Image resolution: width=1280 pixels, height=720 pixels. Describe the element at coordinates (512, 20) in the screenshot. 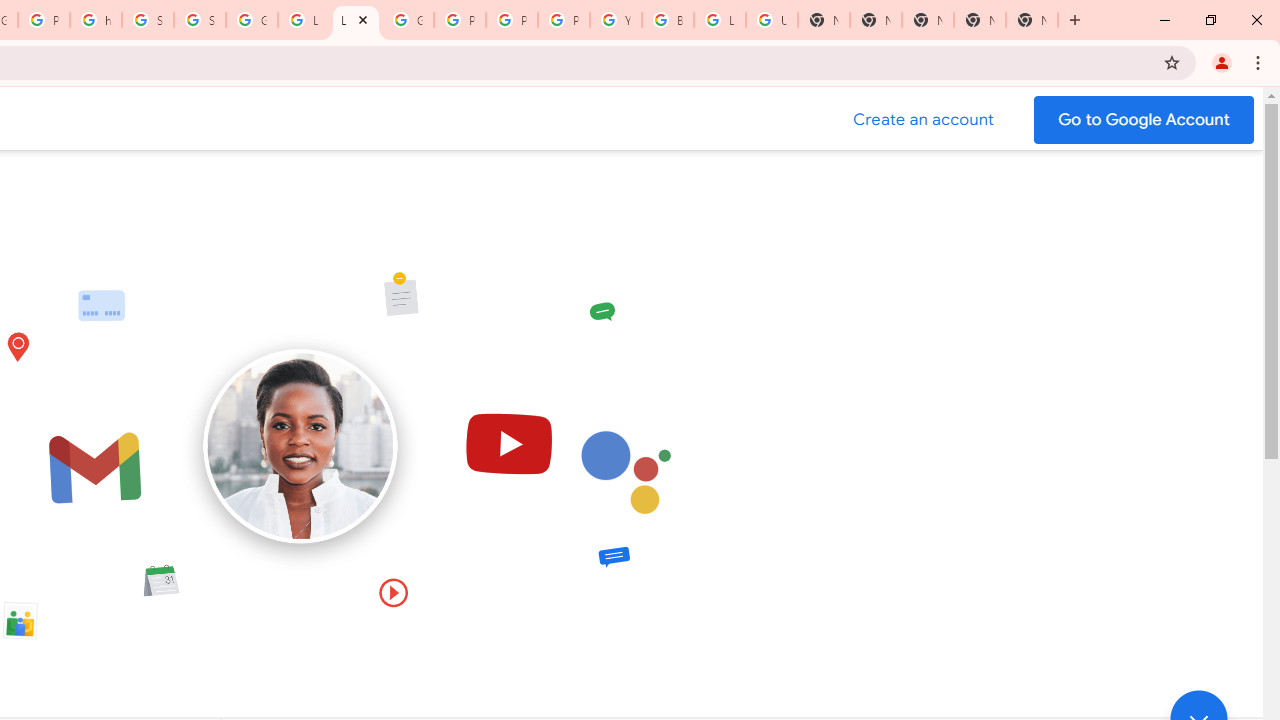

I see `'Privacy Help Center - Policies Help'` at that location.